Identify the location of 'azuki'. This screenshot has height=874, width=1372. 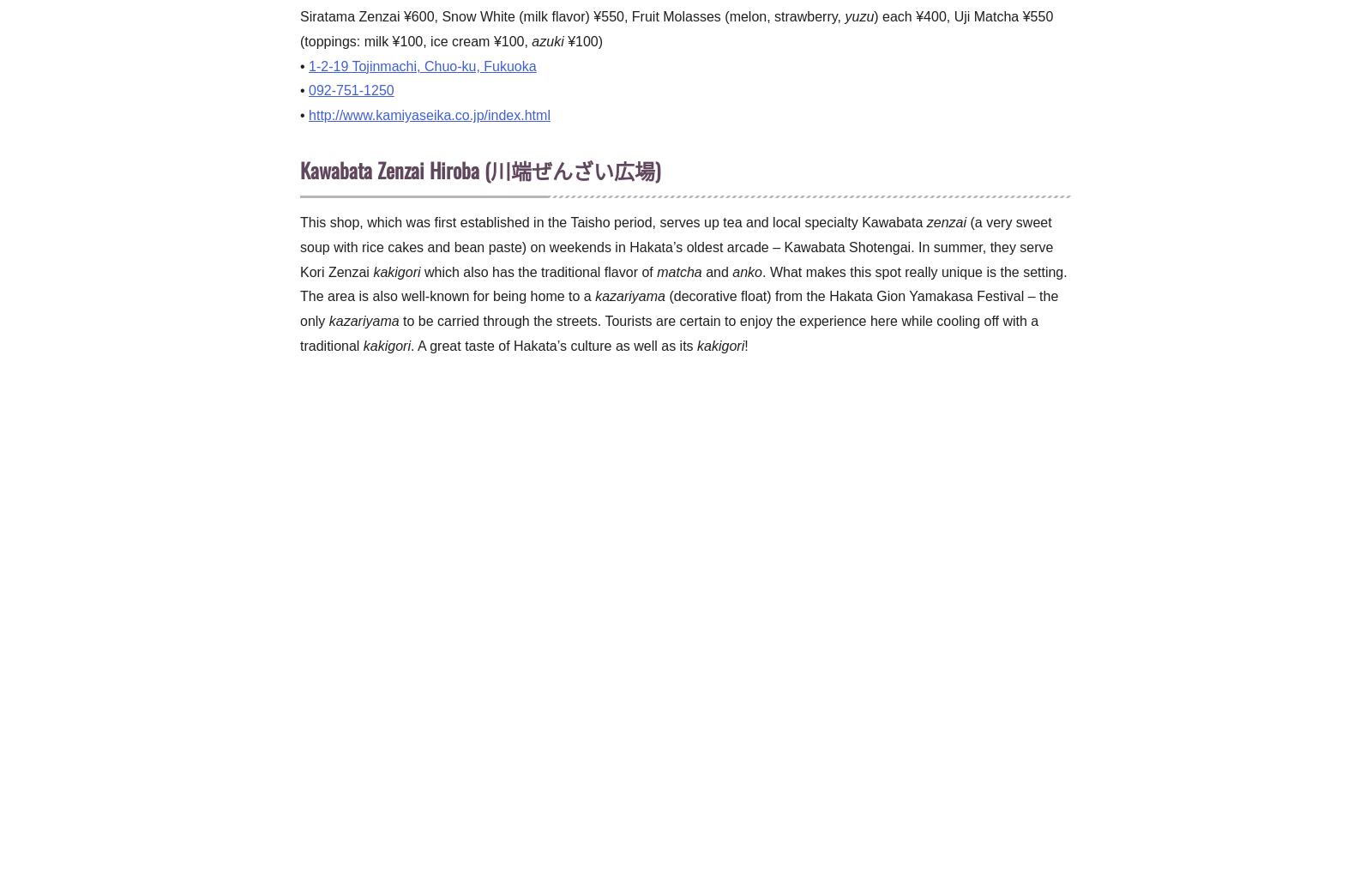
(547, 40).